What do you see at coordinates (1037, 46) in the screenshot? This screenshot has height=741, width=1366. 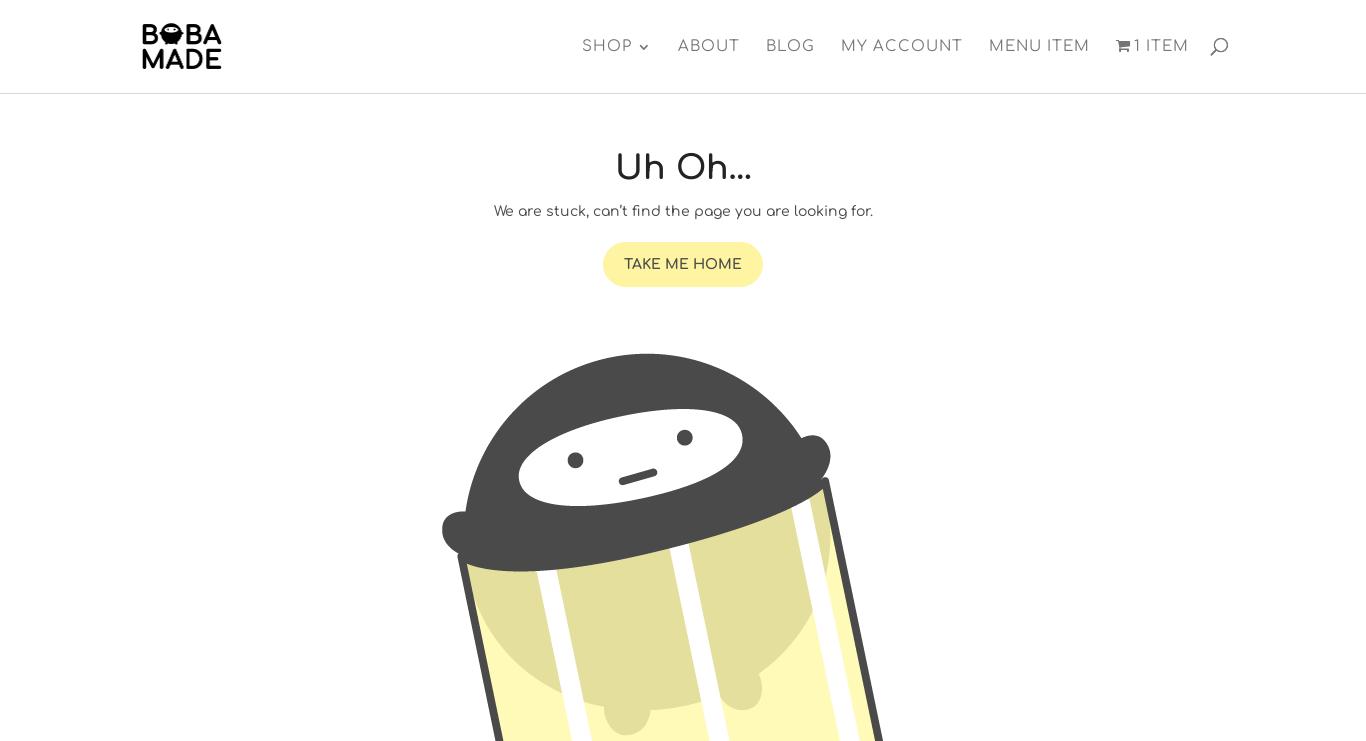 I see `'Menu Item'` at bounding box center [1037, 46].